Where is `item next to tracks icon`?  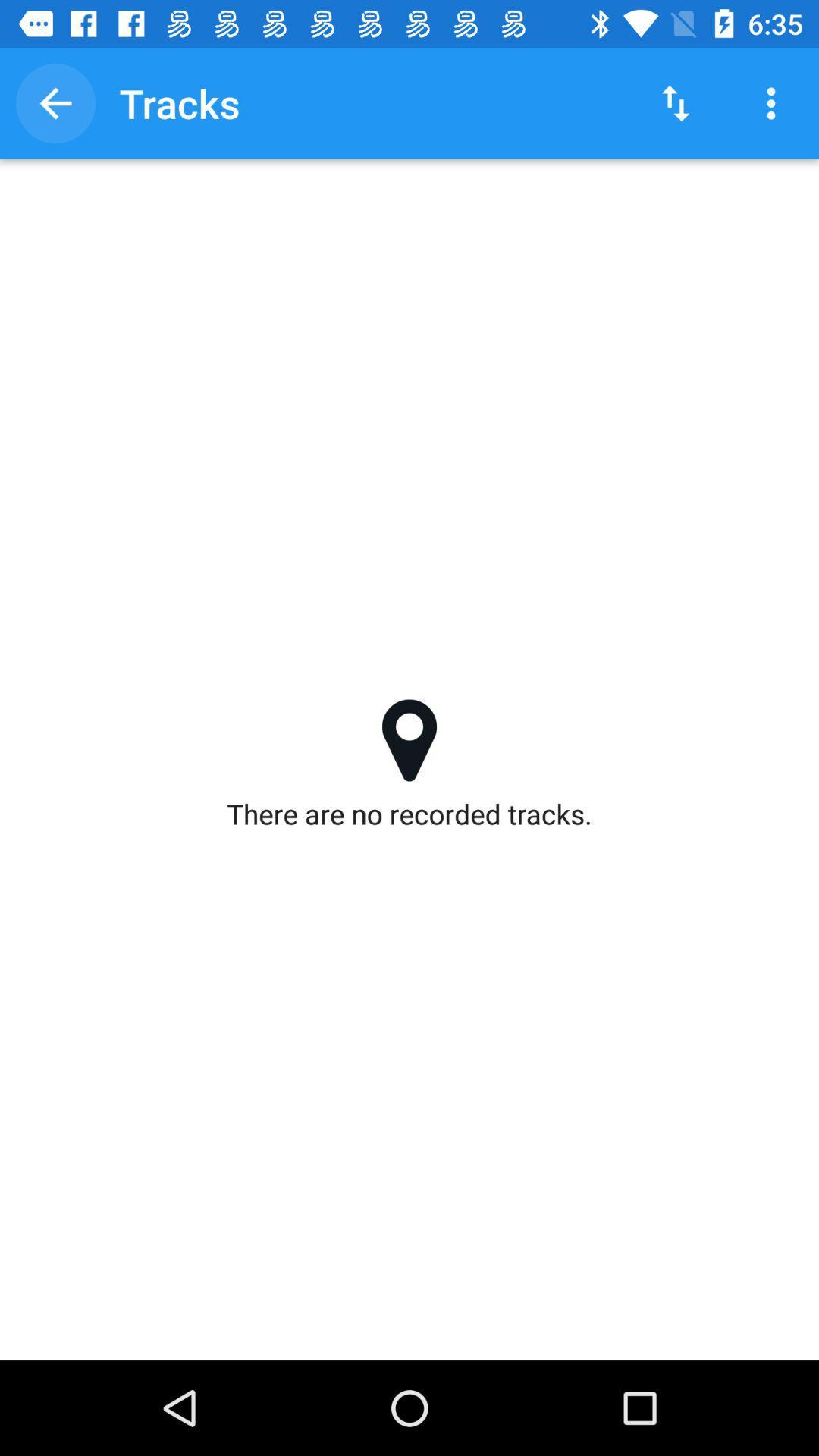 item next to tracks icon is located at coordinates (55, 102).